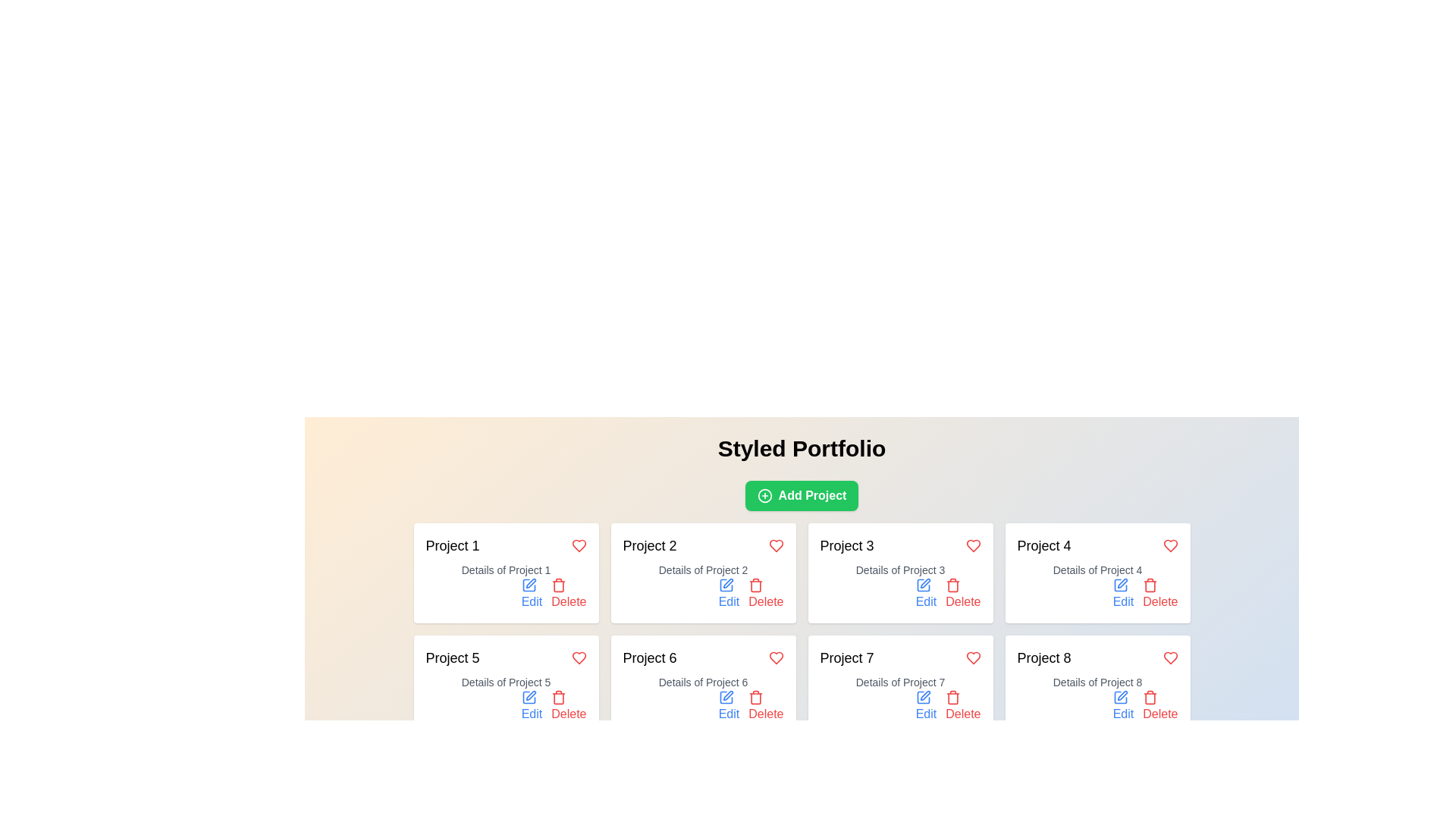 The width and height of the screenshot is (1456, 819). I want to click on the editing icon located next to the 'Edit' button in the 'Project 6' card for interaction, so click(728, 695).